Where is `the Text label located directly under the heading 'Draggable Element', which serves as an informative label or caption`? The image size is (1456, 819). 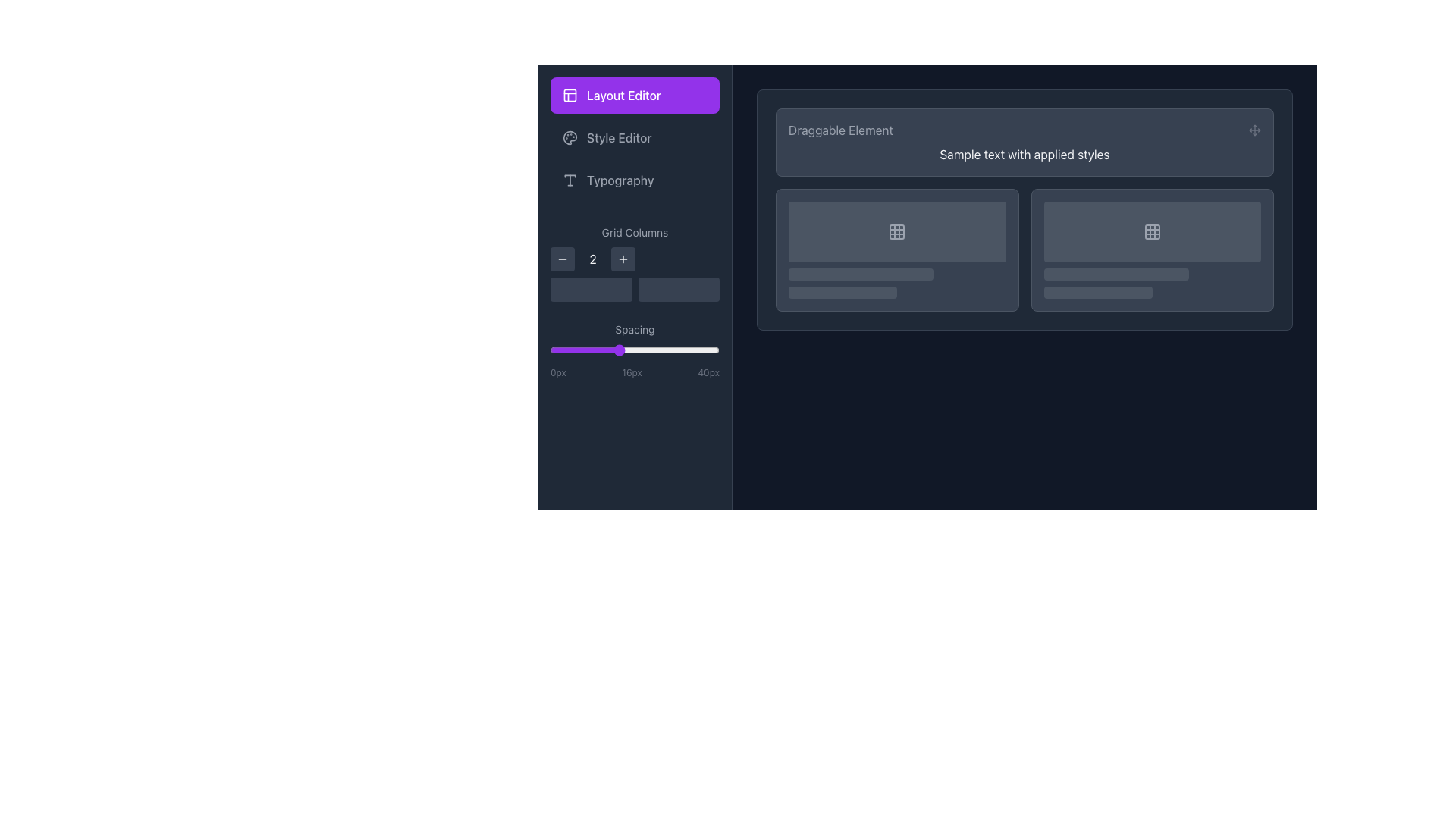
the Text label located directly under the heading 'Draggable Element', which serves as an informative label or caption is located at coordinates (1025, 155).